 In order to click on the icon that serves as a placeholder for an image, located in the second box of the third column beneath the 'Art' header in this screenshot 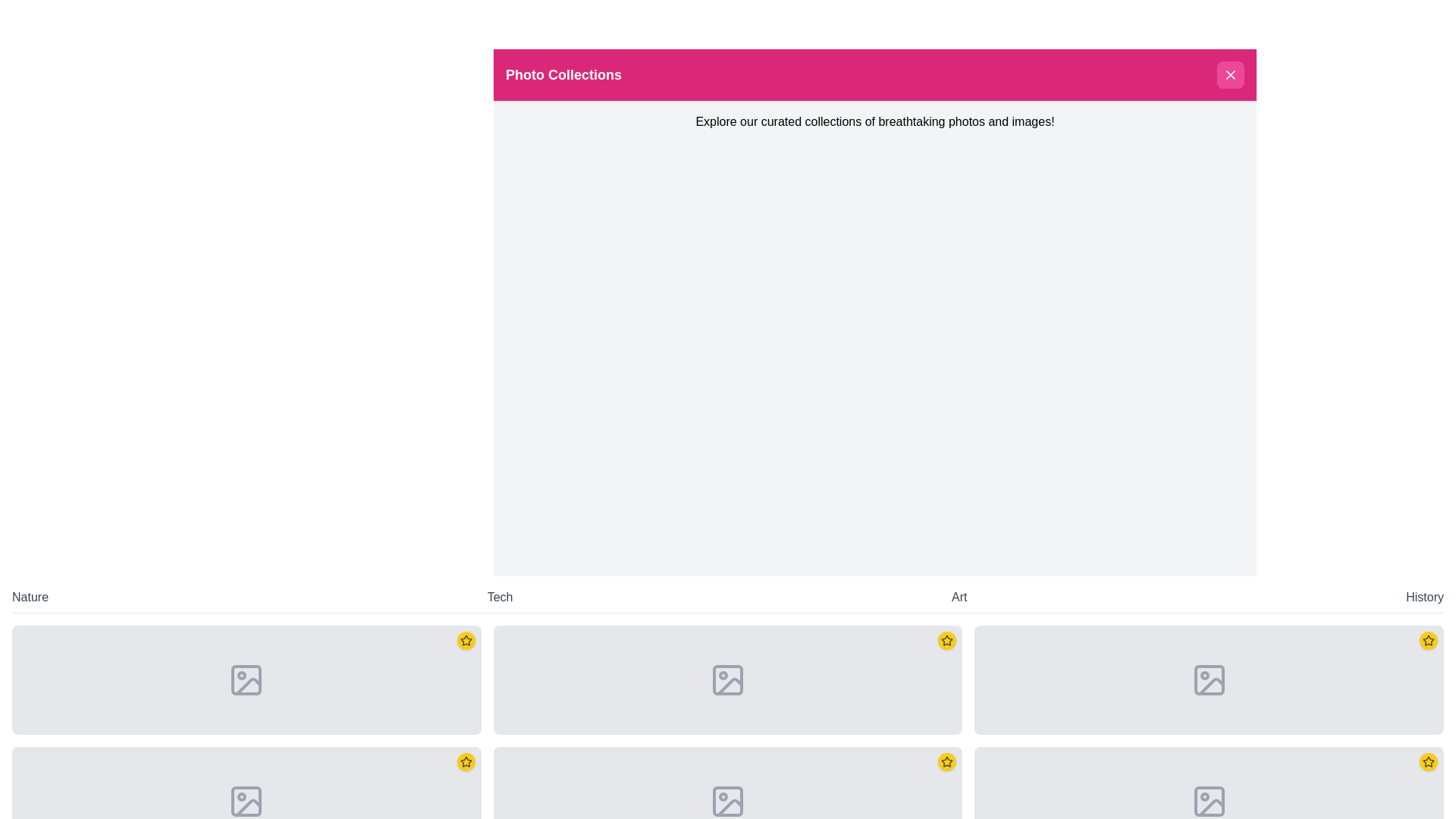, I will do `click(1208, 679)`.